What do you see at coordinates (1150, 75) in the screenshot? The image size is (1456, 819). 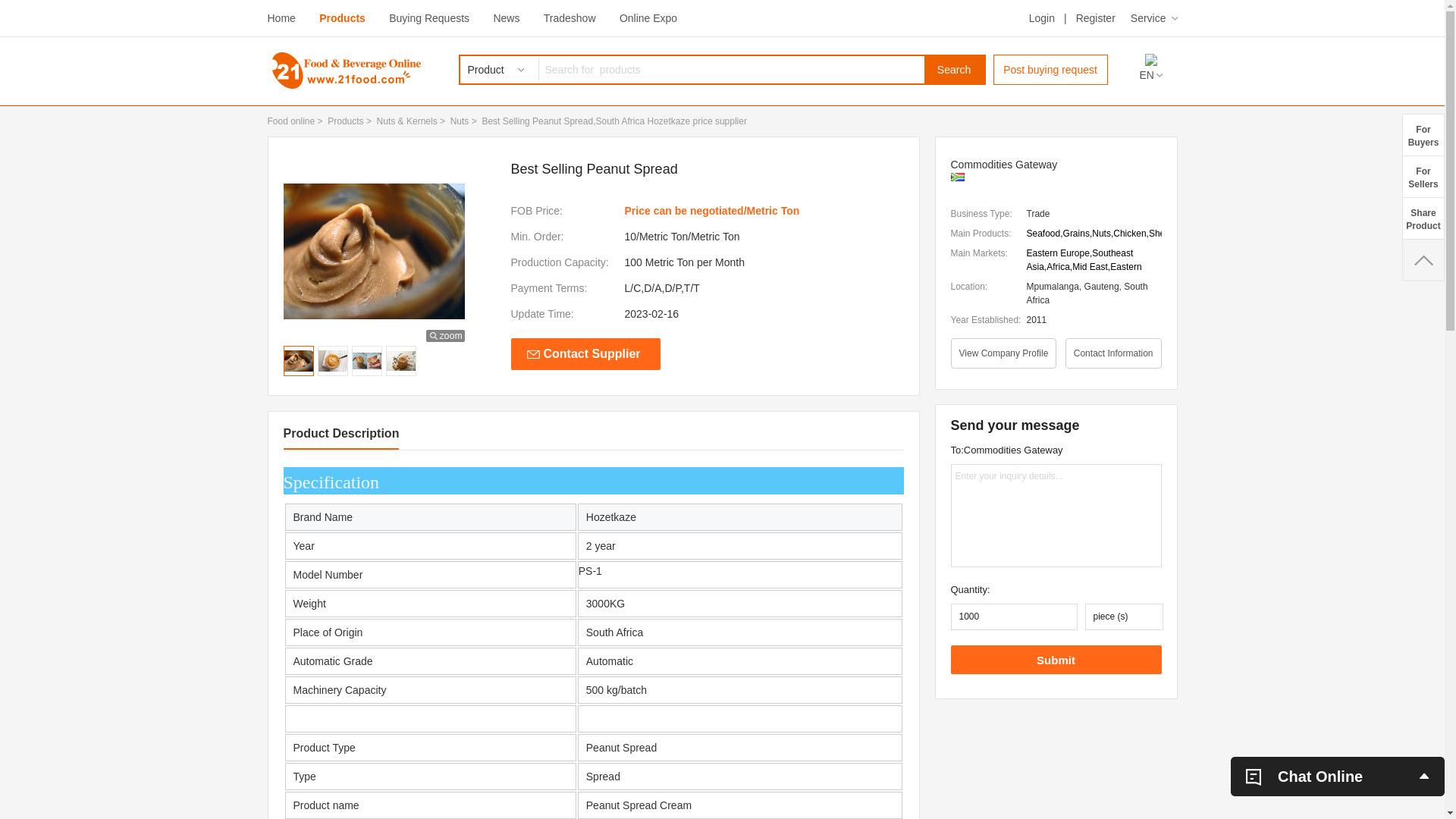 I see `'EN'` at bounding box center [1150, 75].